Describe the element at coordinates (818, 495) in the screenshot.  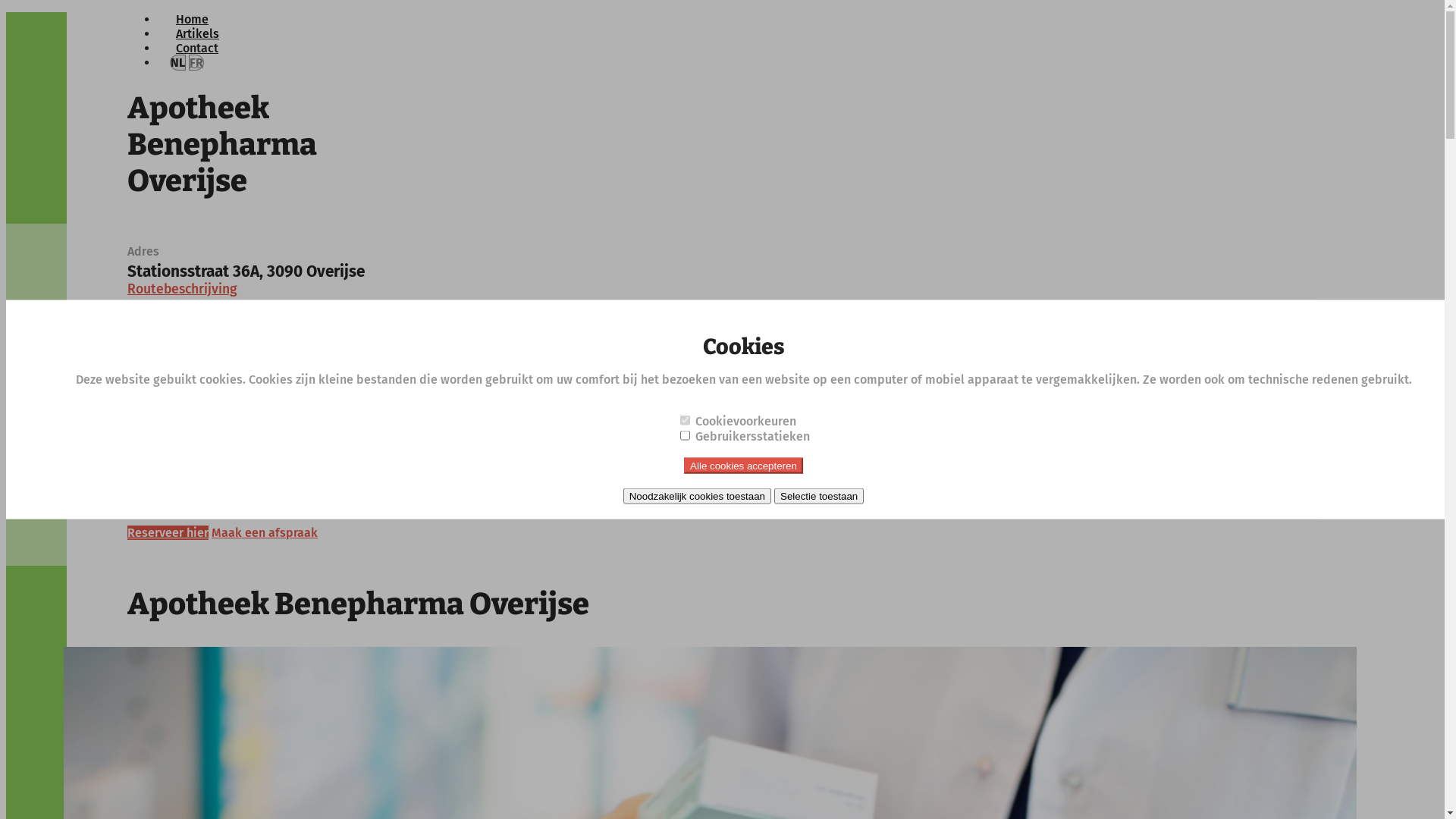
I see `'Selectie toestaan'` at that location.